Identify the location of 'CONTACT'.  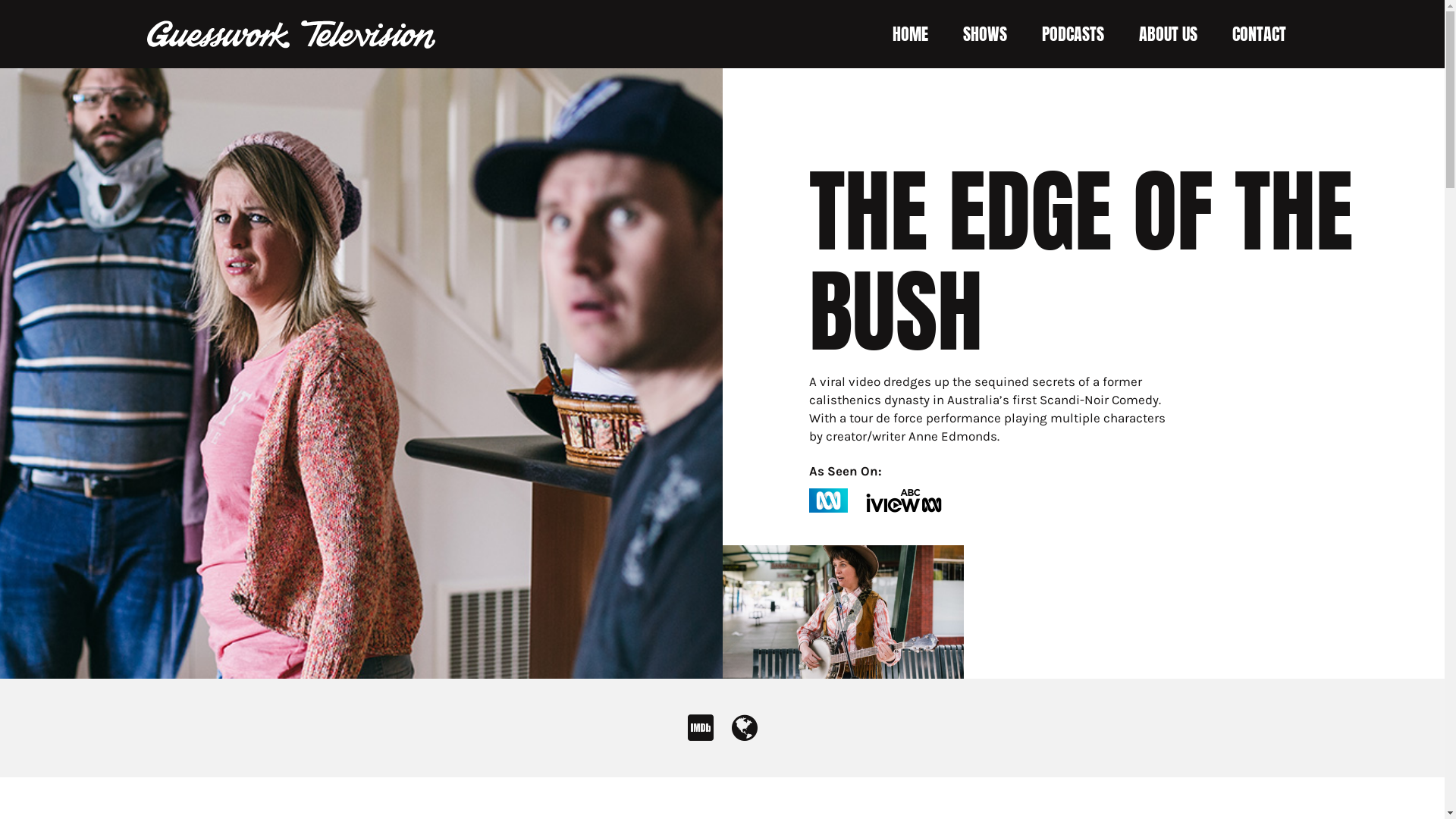
(1258, 34).